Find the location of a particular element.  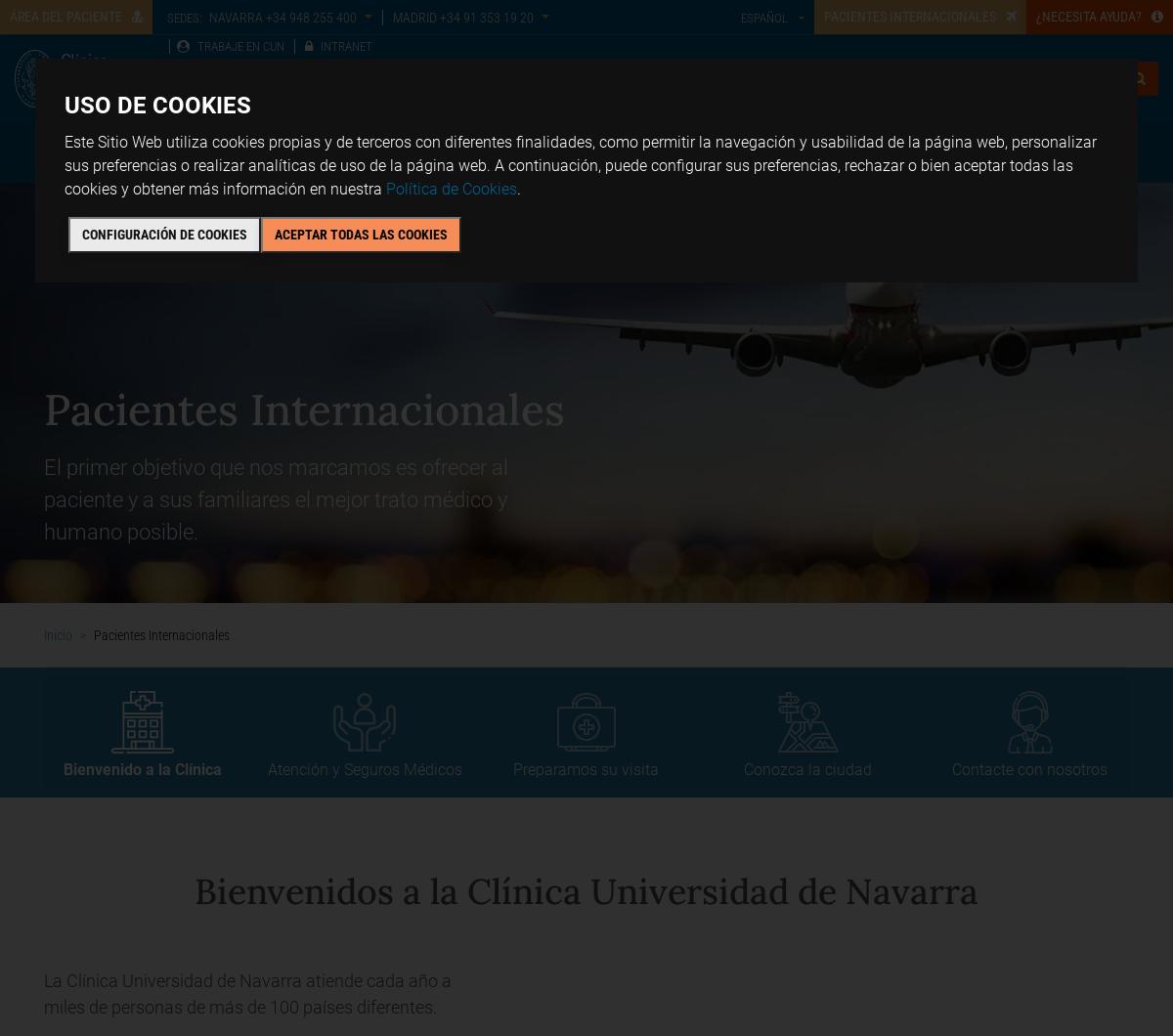

'Configuración de cookies' is located at coordinates (163, 233).